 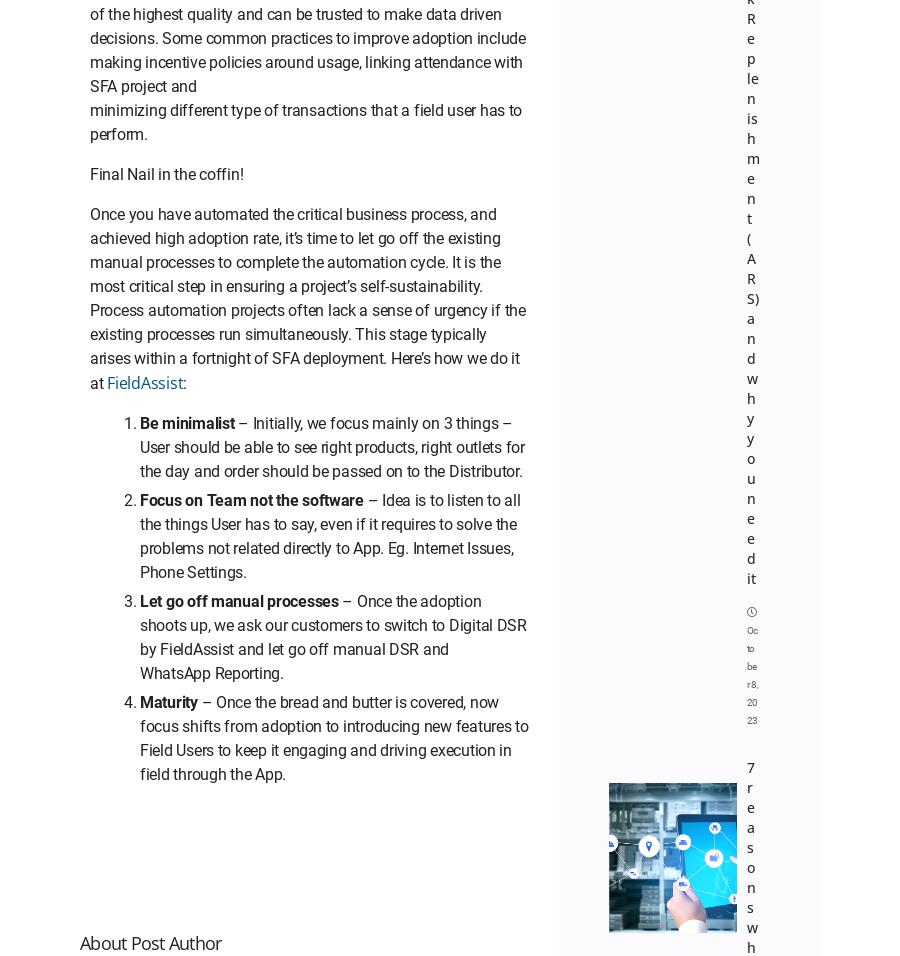 I want to click on 'Blogs', so click(x=781, y=12).